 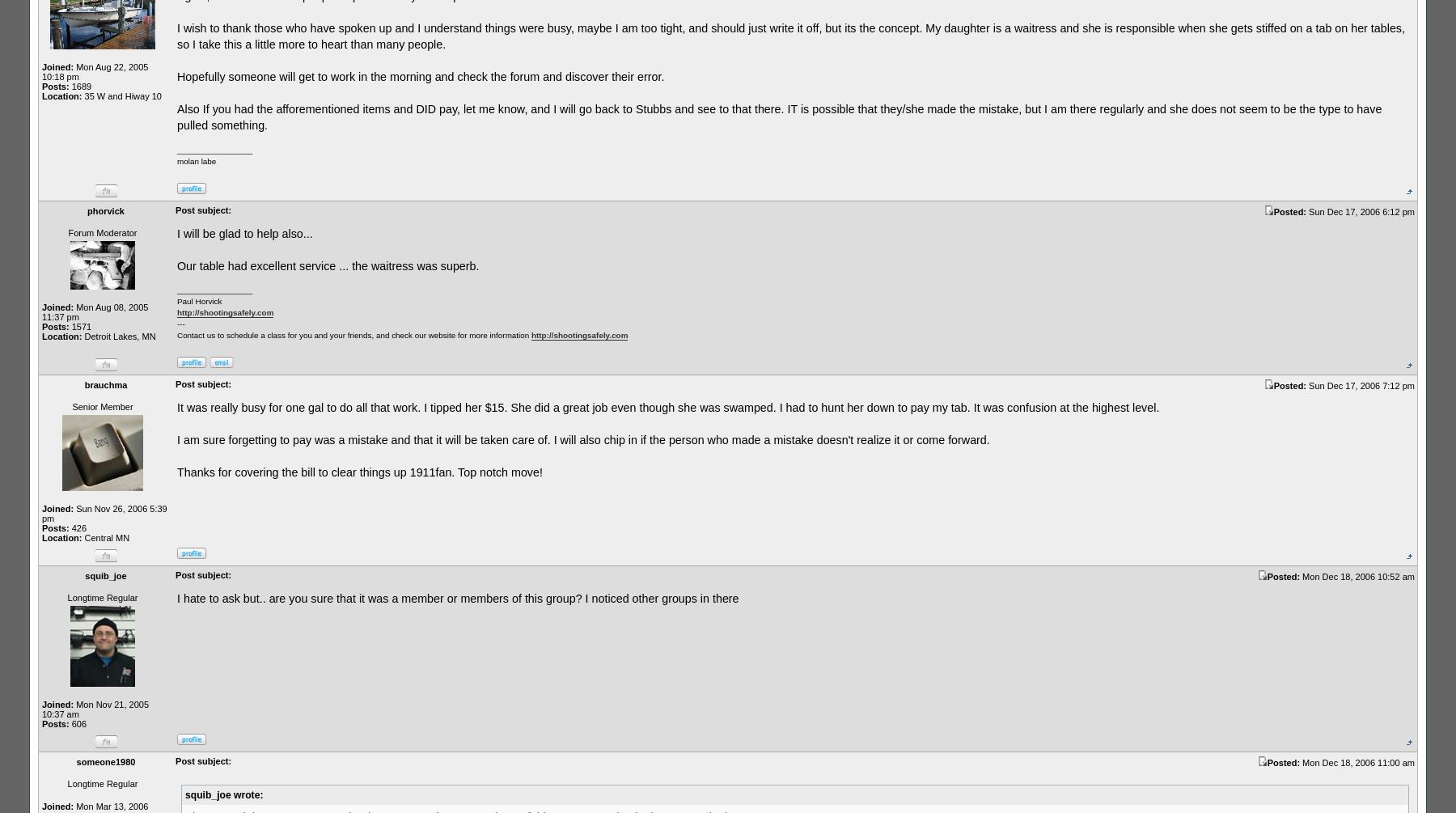 I want to click on '1689', so click(x=79, y=86).